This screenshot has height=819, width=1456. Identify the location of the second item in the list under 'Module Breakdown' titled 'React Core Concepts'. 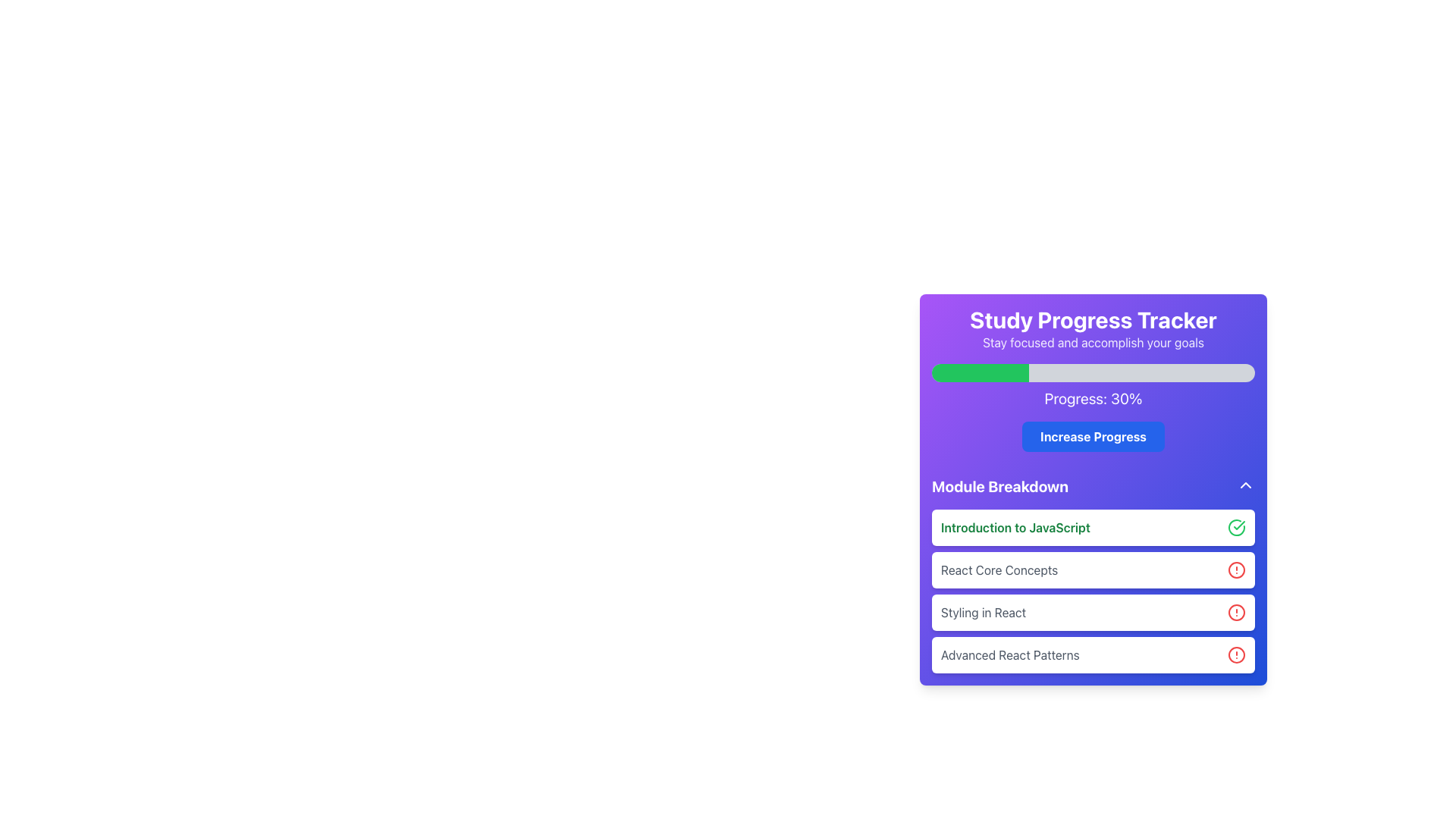
(1093, 570).